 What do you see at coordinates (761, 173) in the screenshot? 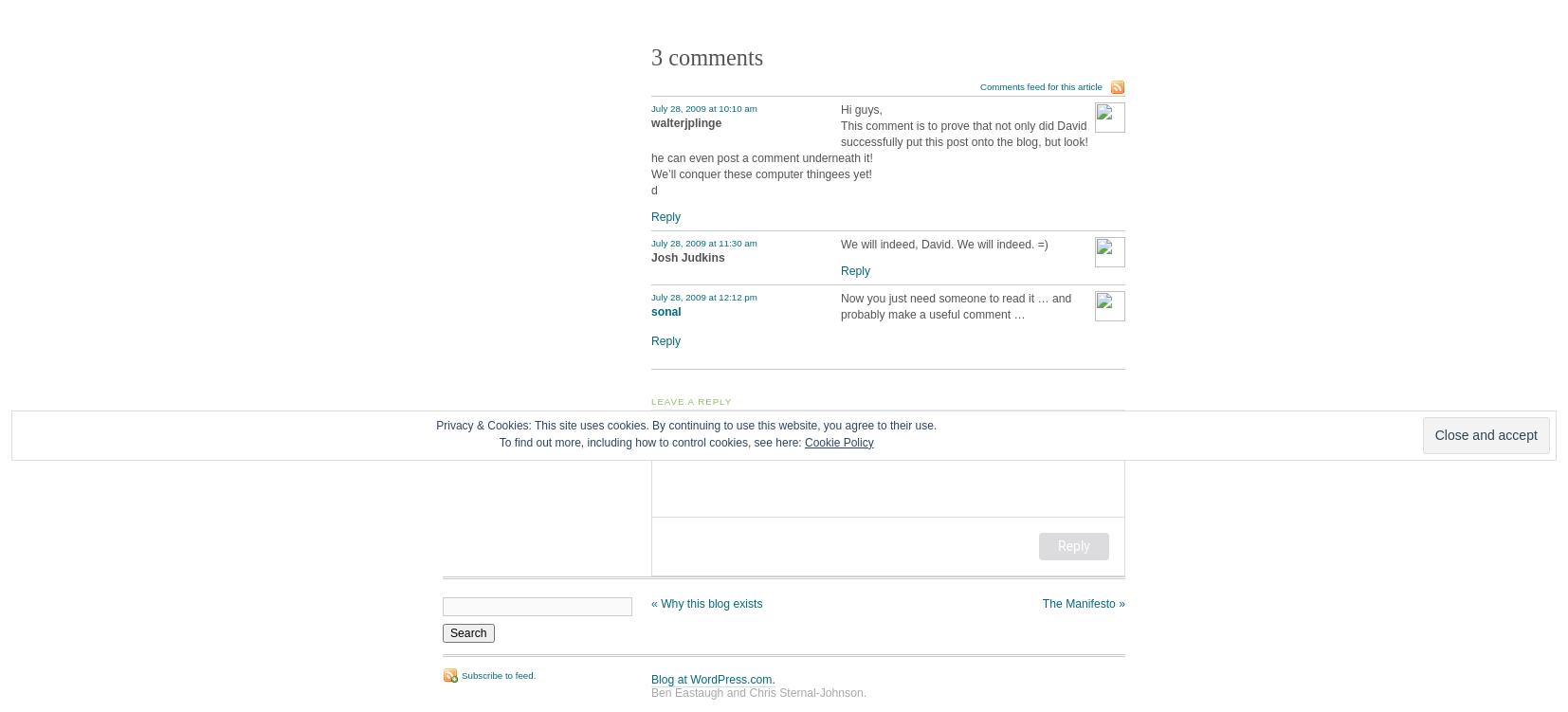
I see `'We’ll conquer these computer thingees yet!'` at bounding box center [761, 173].